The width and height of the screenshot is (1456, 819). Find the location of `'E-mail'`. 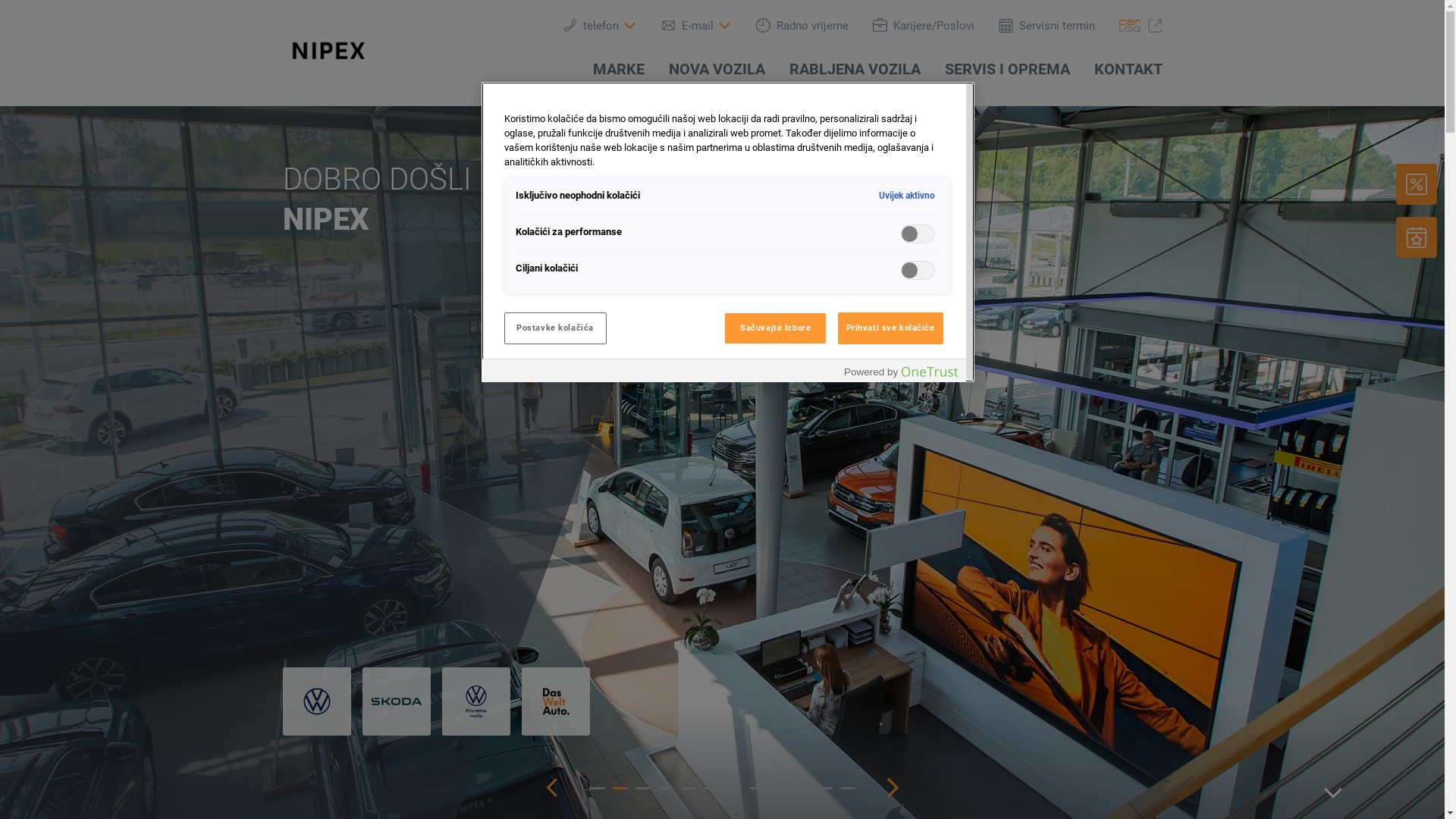

'E-mail' is located at coordinates (661, 25).